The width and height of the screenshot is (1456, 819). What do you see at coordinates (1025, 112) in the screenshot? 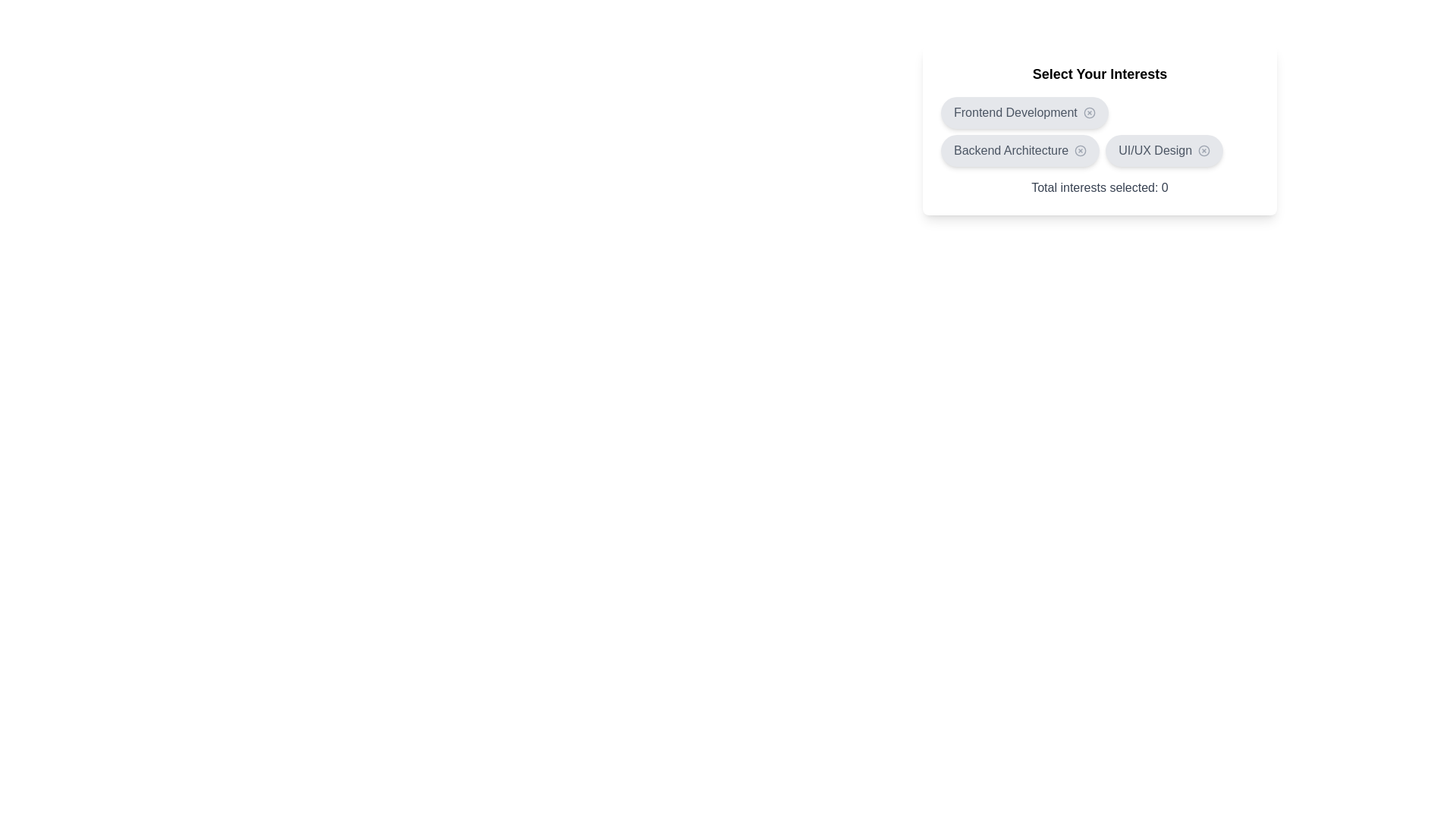
I see `the 'X' button on the 'Frontend Development' tag` at bounding box center [1025, 112].